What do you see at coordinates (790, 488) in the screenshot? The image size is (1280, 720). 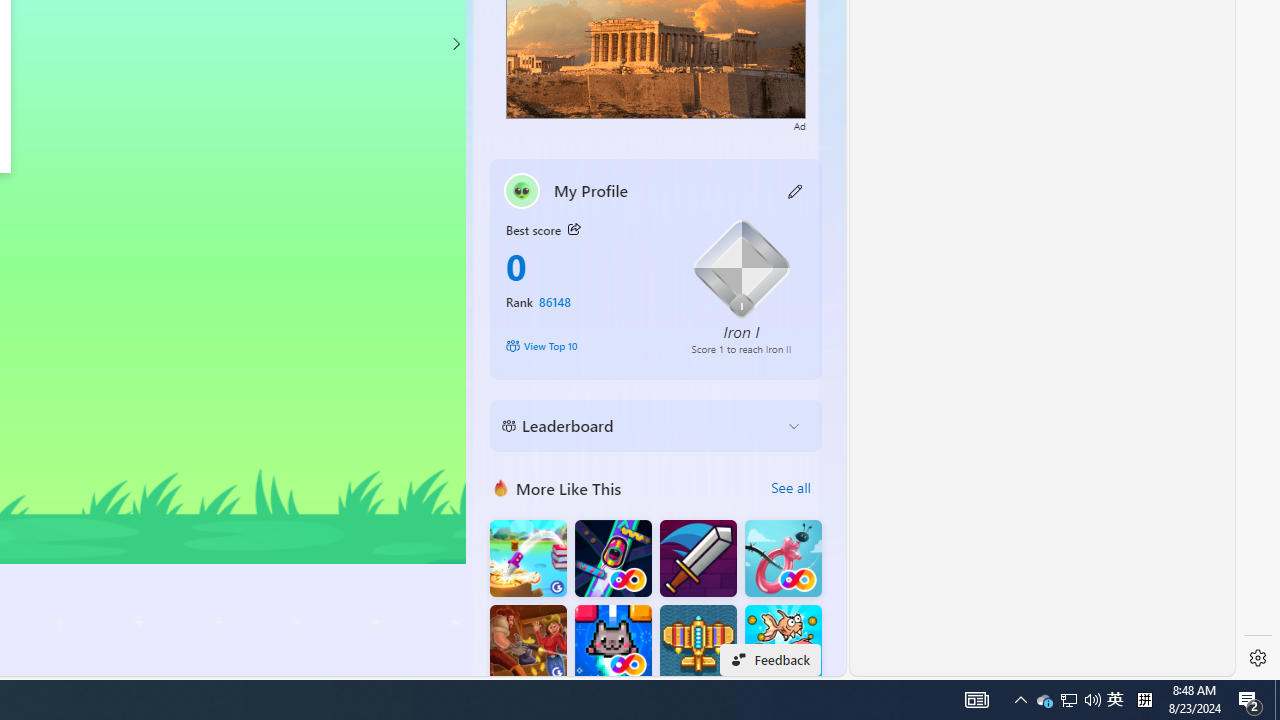 I see `'See all'` at bounding box center [790, 488].